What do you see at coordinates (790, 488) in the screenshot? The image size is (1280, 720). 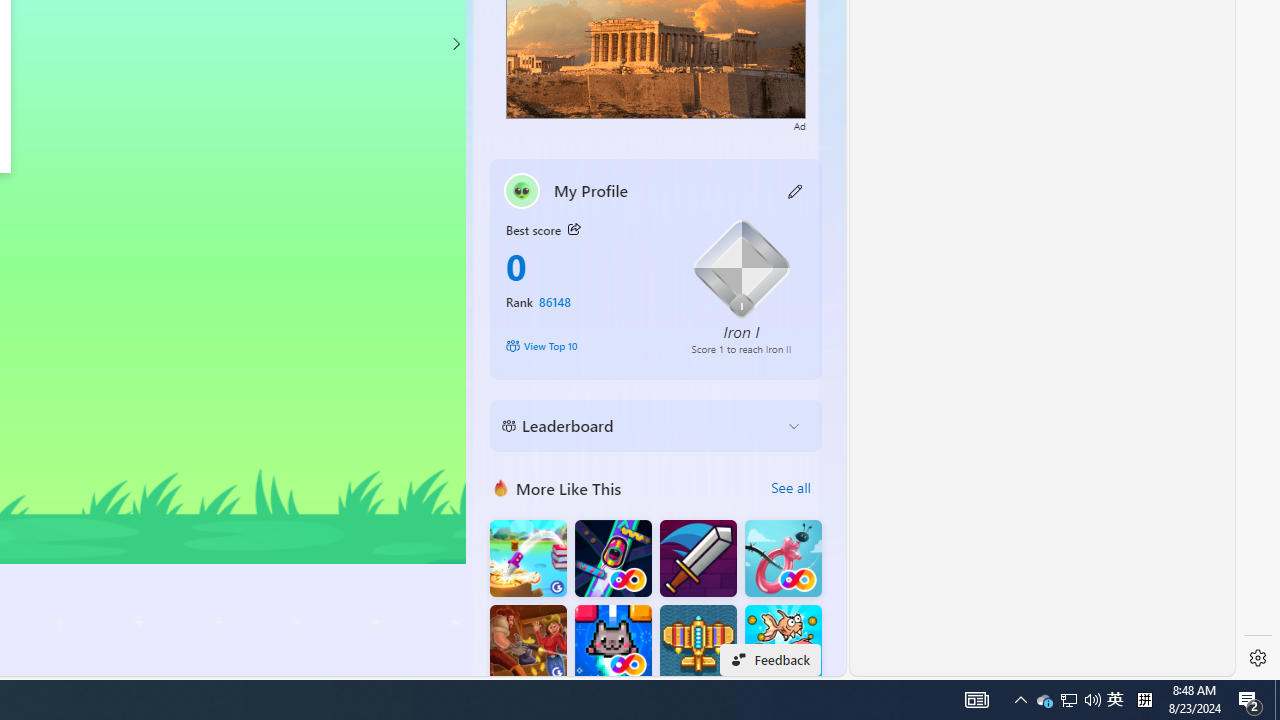 I see `'See all'` at bounding box center [790, 488].